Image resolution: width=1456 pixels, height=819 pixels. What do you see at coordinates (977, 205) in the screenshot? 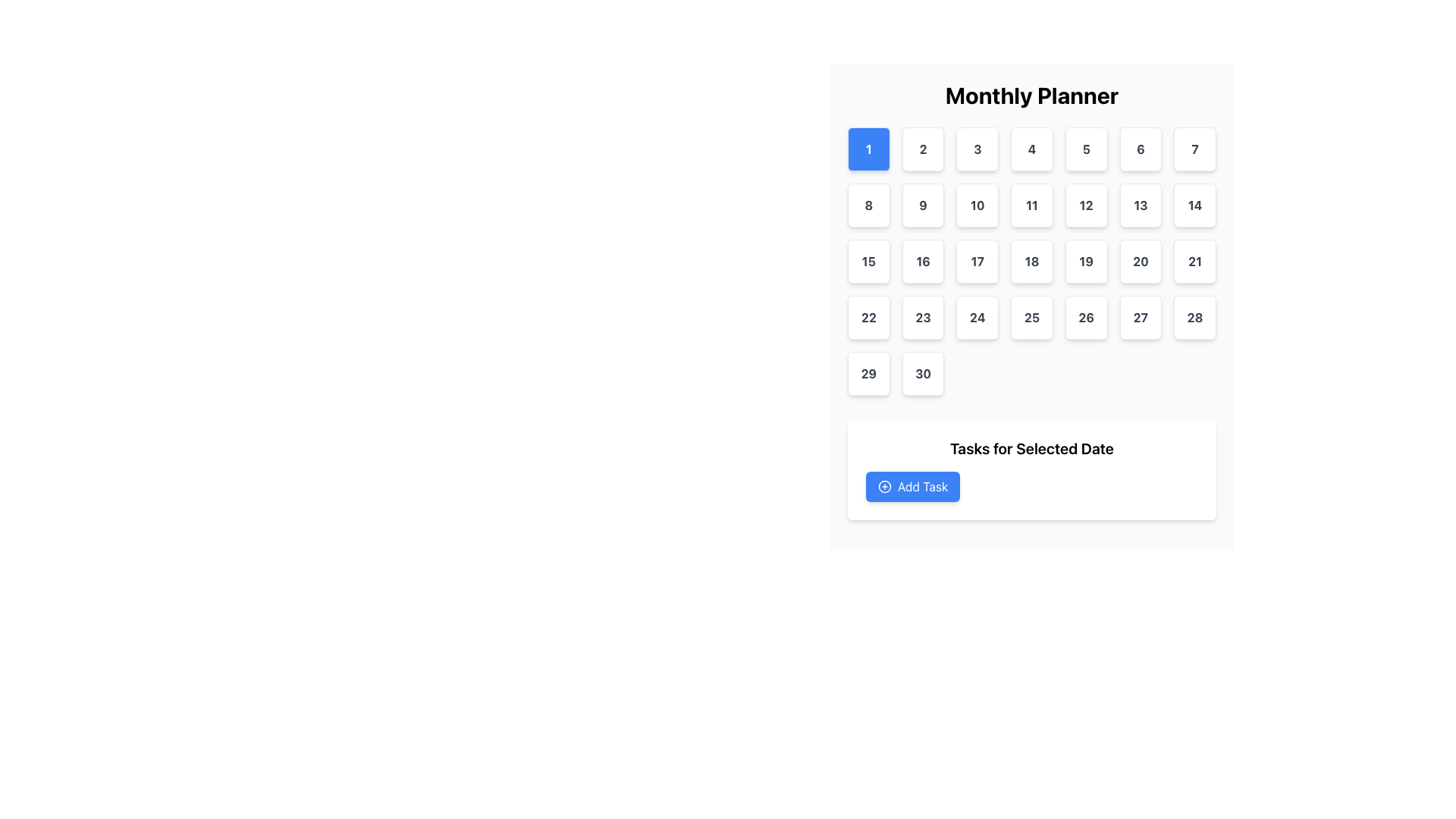
I see `the button representing the 10th day` at bounding box center [977, 205].